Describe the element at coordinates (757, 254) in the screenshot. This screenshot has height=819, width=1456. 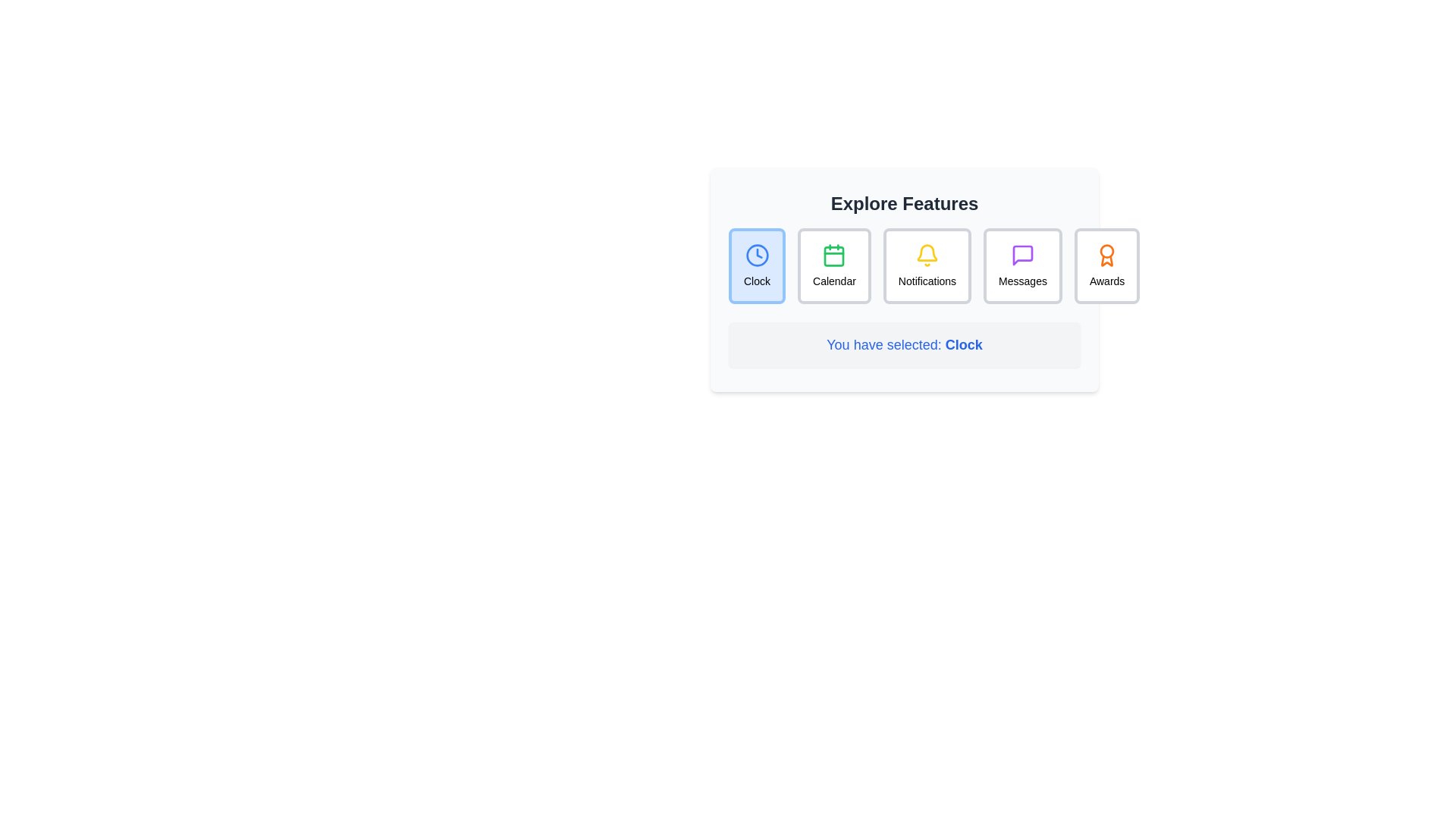
I see `the outer boundary of the clock icon representing the 'Clock' feature, which is part of the first item in the row of feature buttons under 'Explore Features'` at that location.